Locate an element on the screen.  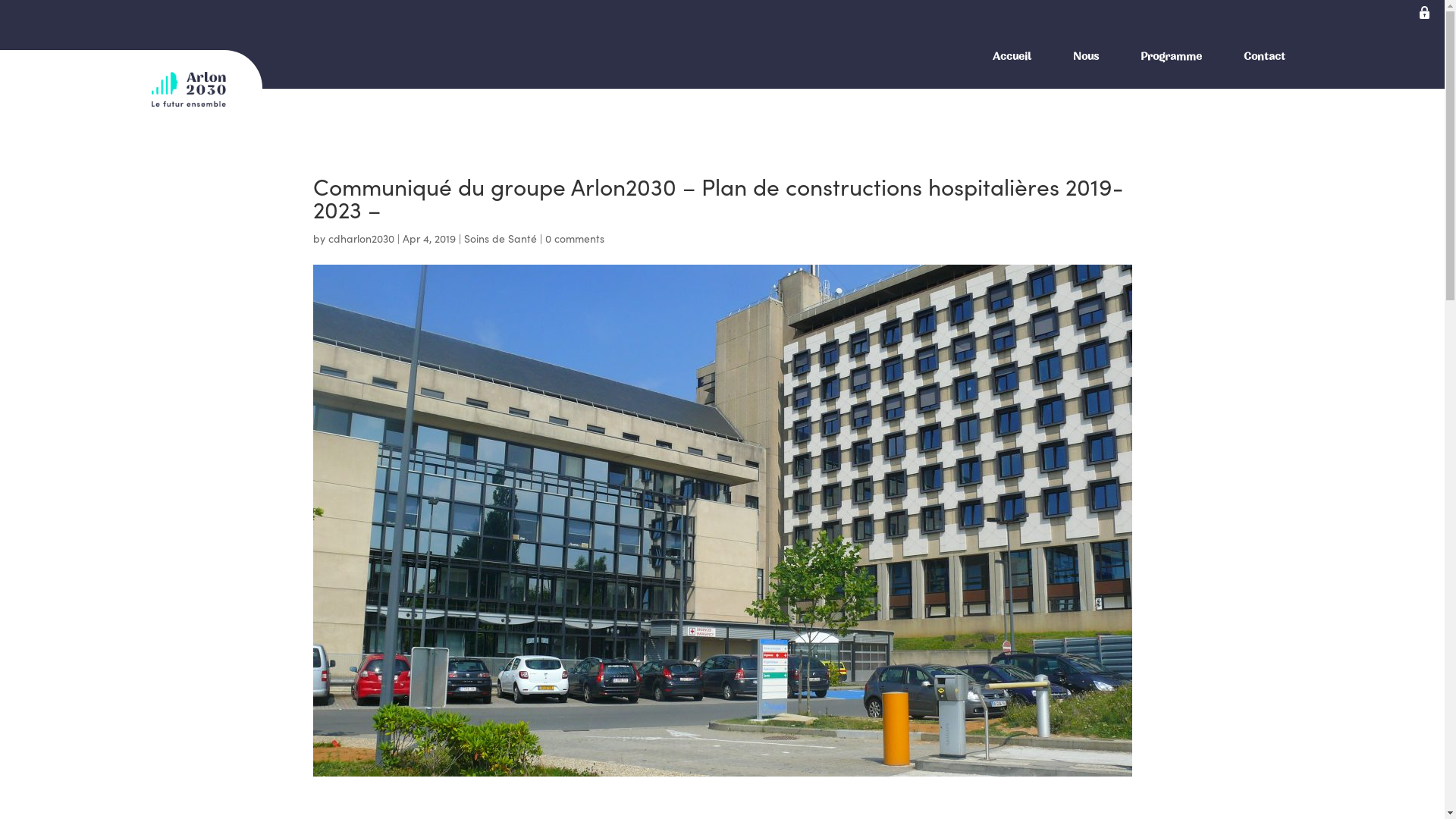
'0 comments' is located at coordinates (573, 237).